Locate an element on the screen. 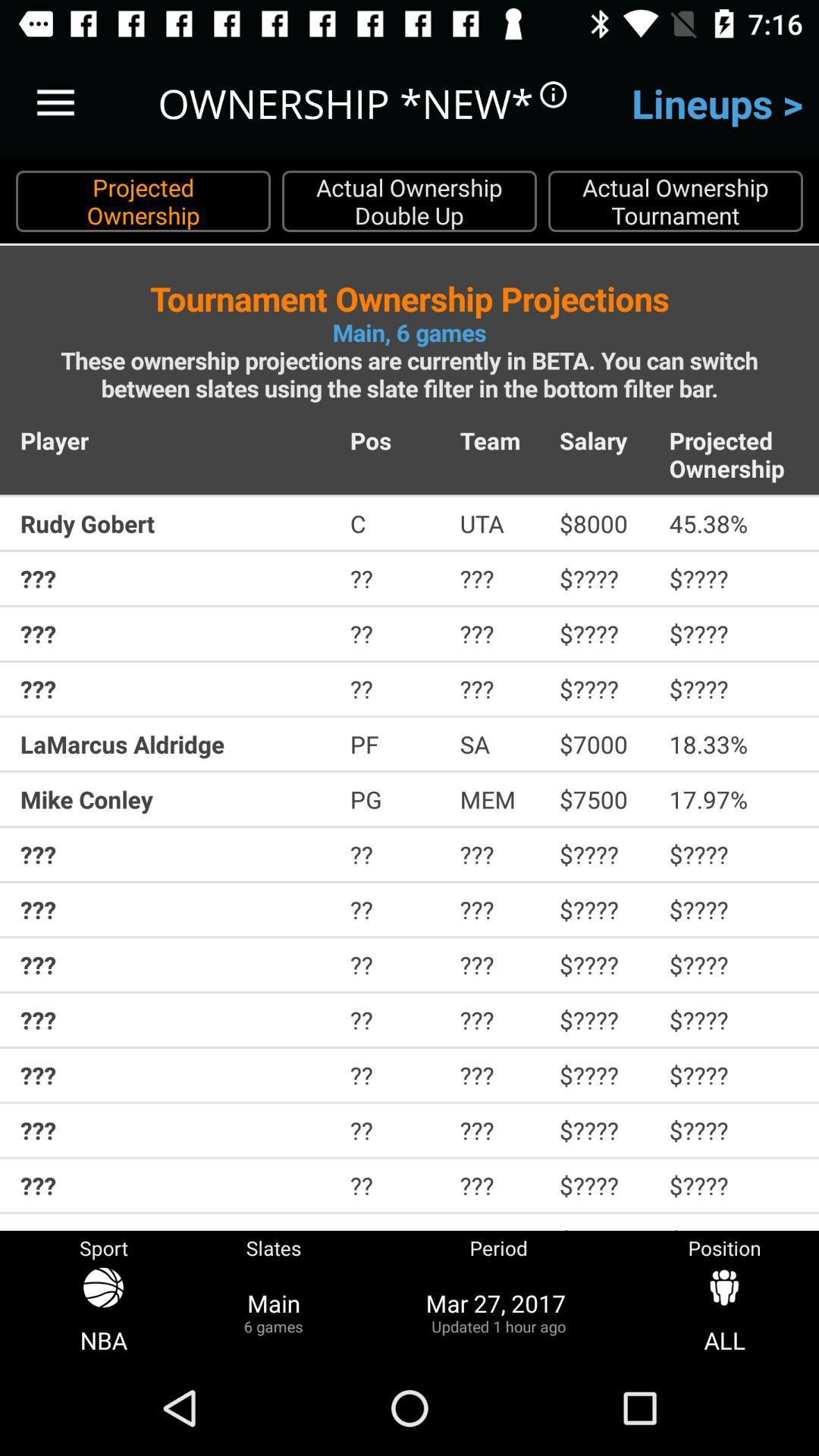 This screenshot has width=819, height=1456. item above the mike conley item is located at coordinates (394, 744).